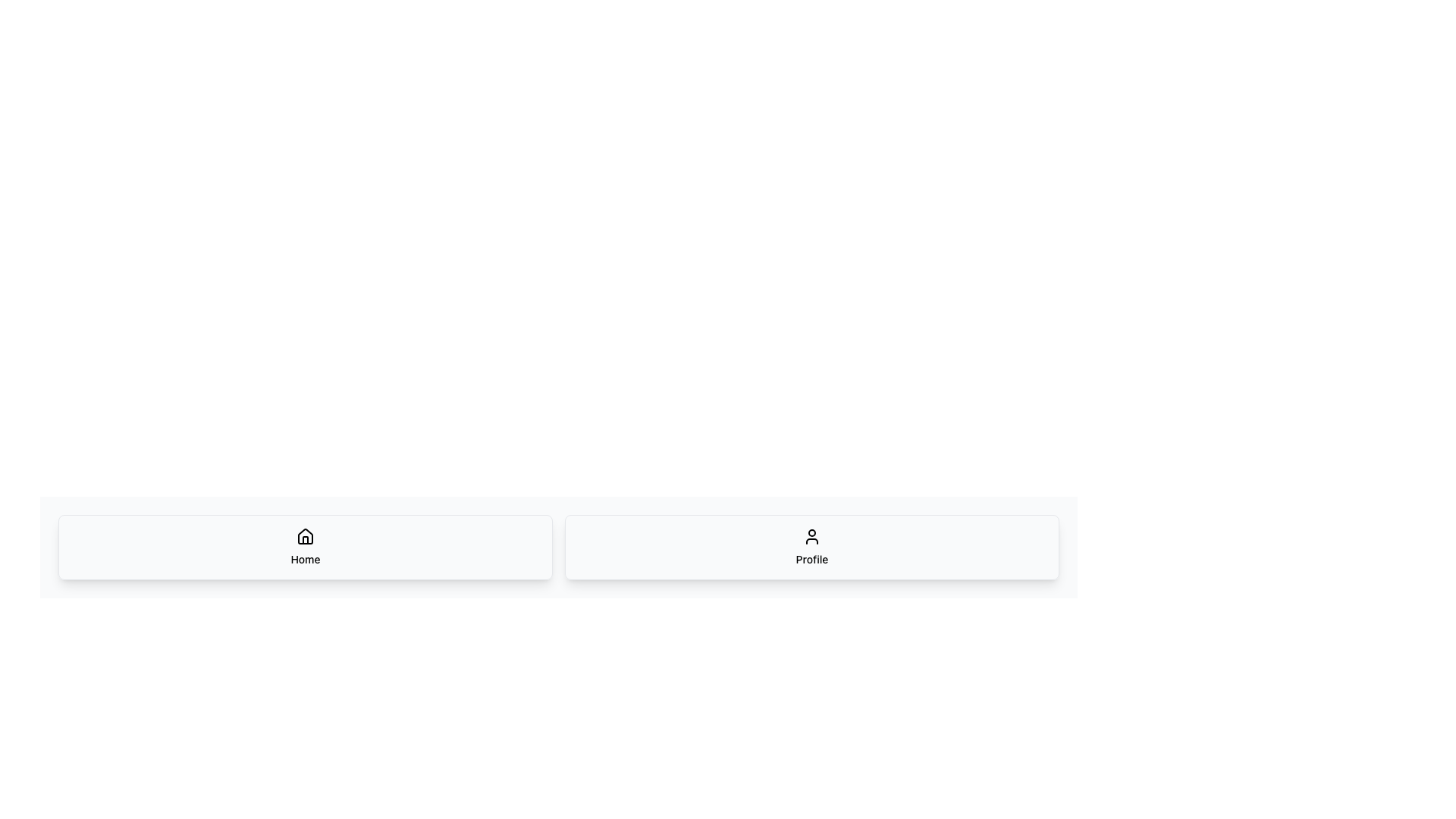 This screenshot has width=1456, height=819. What do you see at coordinates (305, 539) in the screenshot?
I see `the doorway vector graphic inside the house icon, which is located in the central portion of the house icon on the left side of the navigation bar above the 'Home' label` at bounding box center [305, 539].